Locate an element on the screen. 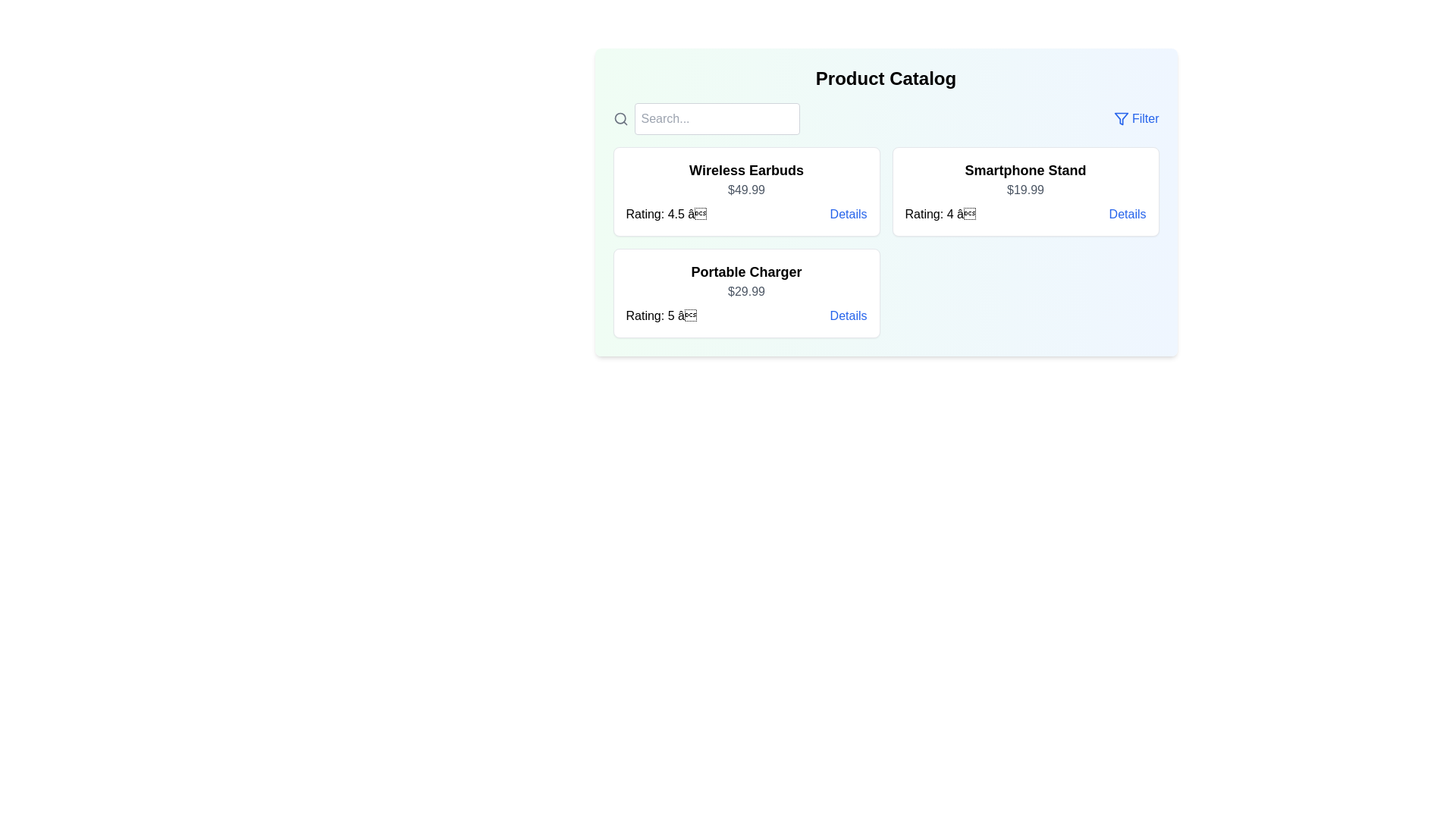 Image resolution: width=1456 pixels, height=819 pixels. the 'Details' link for the product titled Portable Charger is located at coordinates (847, 315).